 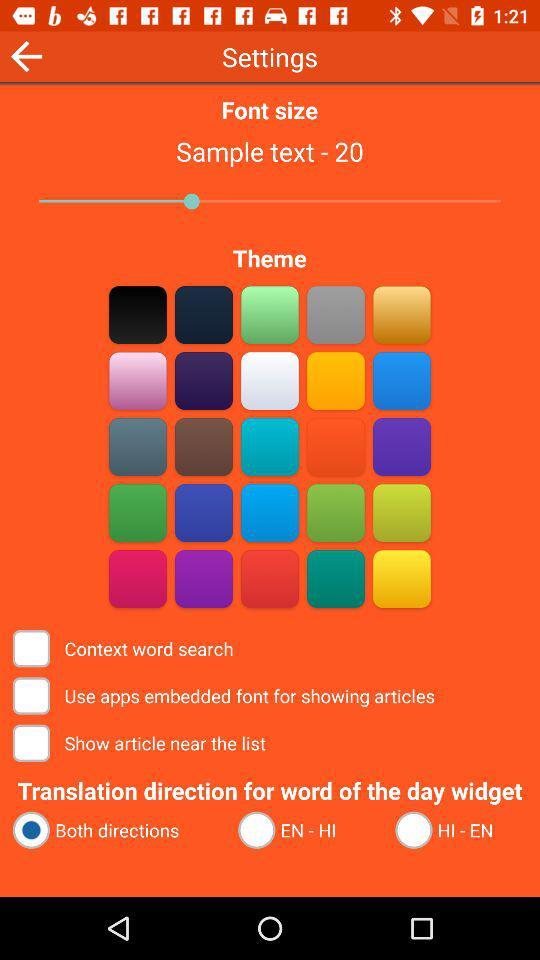 What do you see at coordinates (203, 446) in the screenshot?
I see `change theme color` at bounding box center [203, 446].